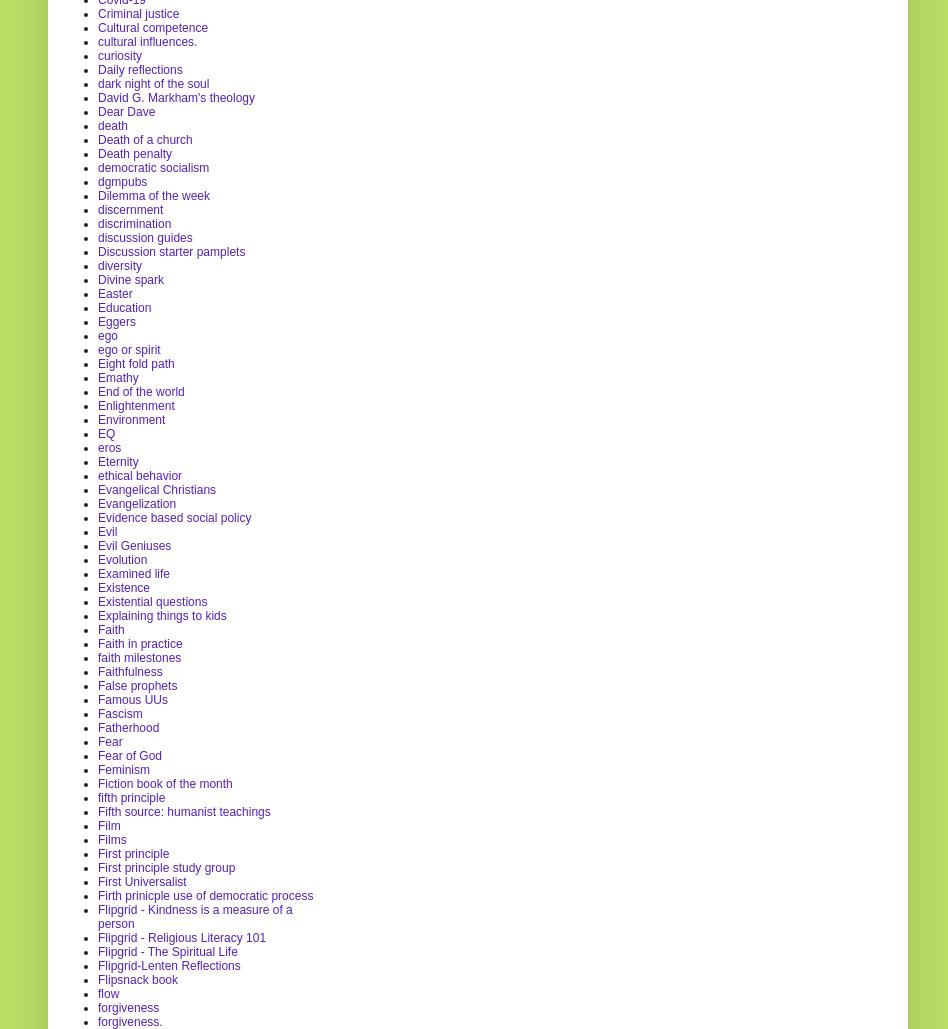 The image size is (948, 1029). What do you see at coordinates (164, 782) in the screenshot?
I see `'Fiction book of the month'` at bounding box center [164, 782].